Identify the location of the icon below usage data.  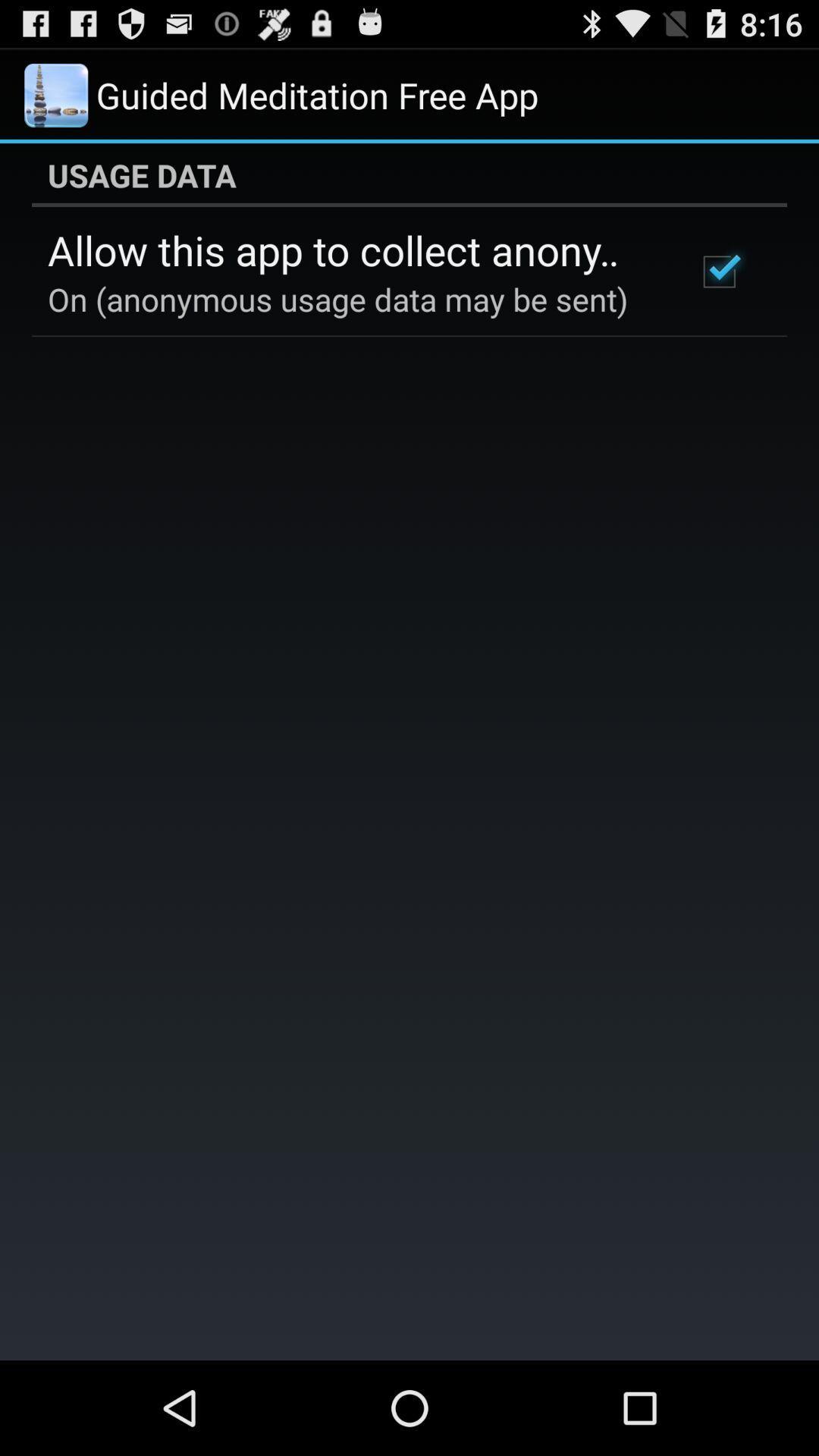
(718, 271).